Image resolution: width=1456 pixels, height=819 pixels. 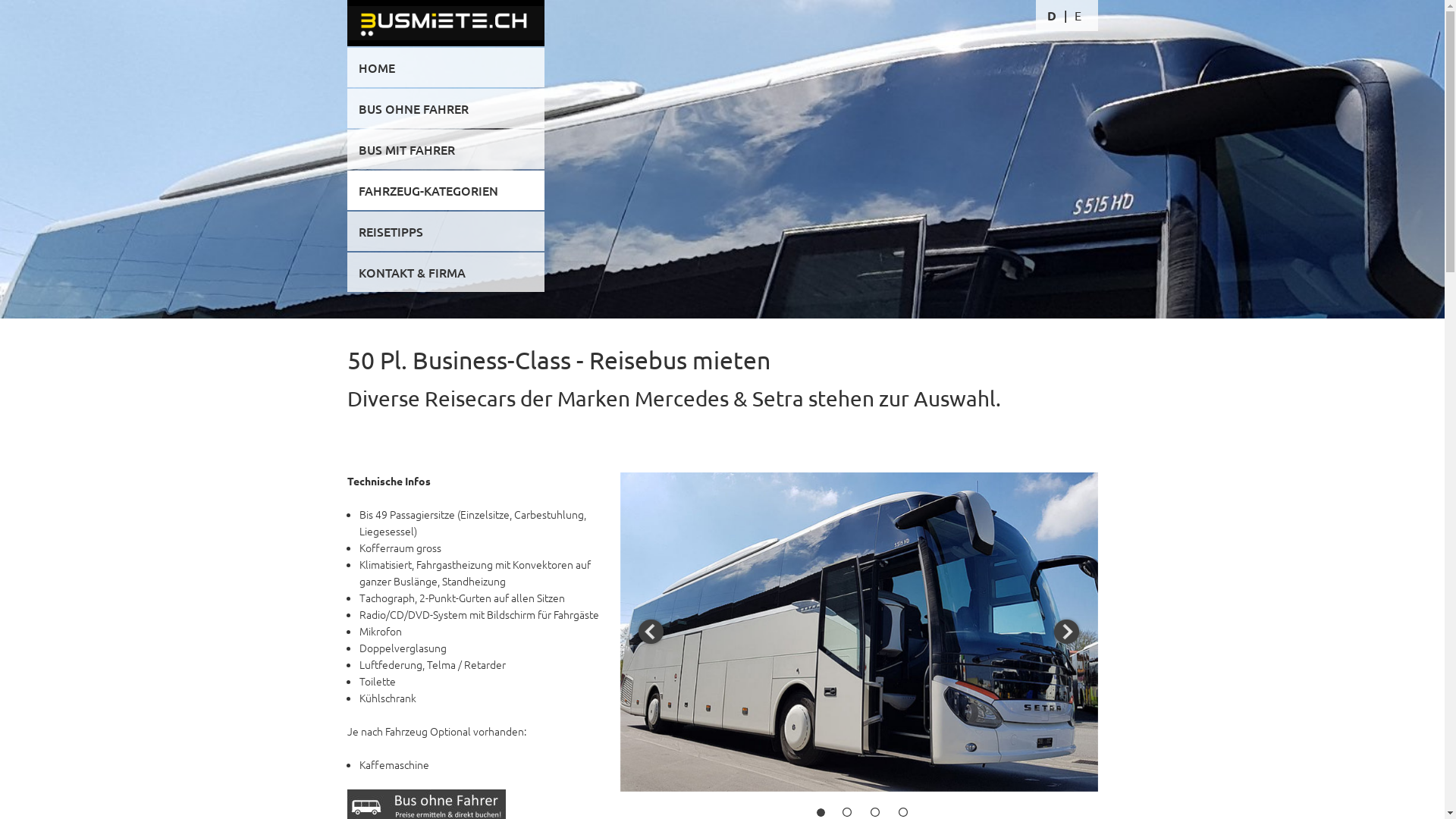 What do you see at coordinates (721, 196) in the screenshot?
I see `'Busflotte'` at bounding box center [721, 196].